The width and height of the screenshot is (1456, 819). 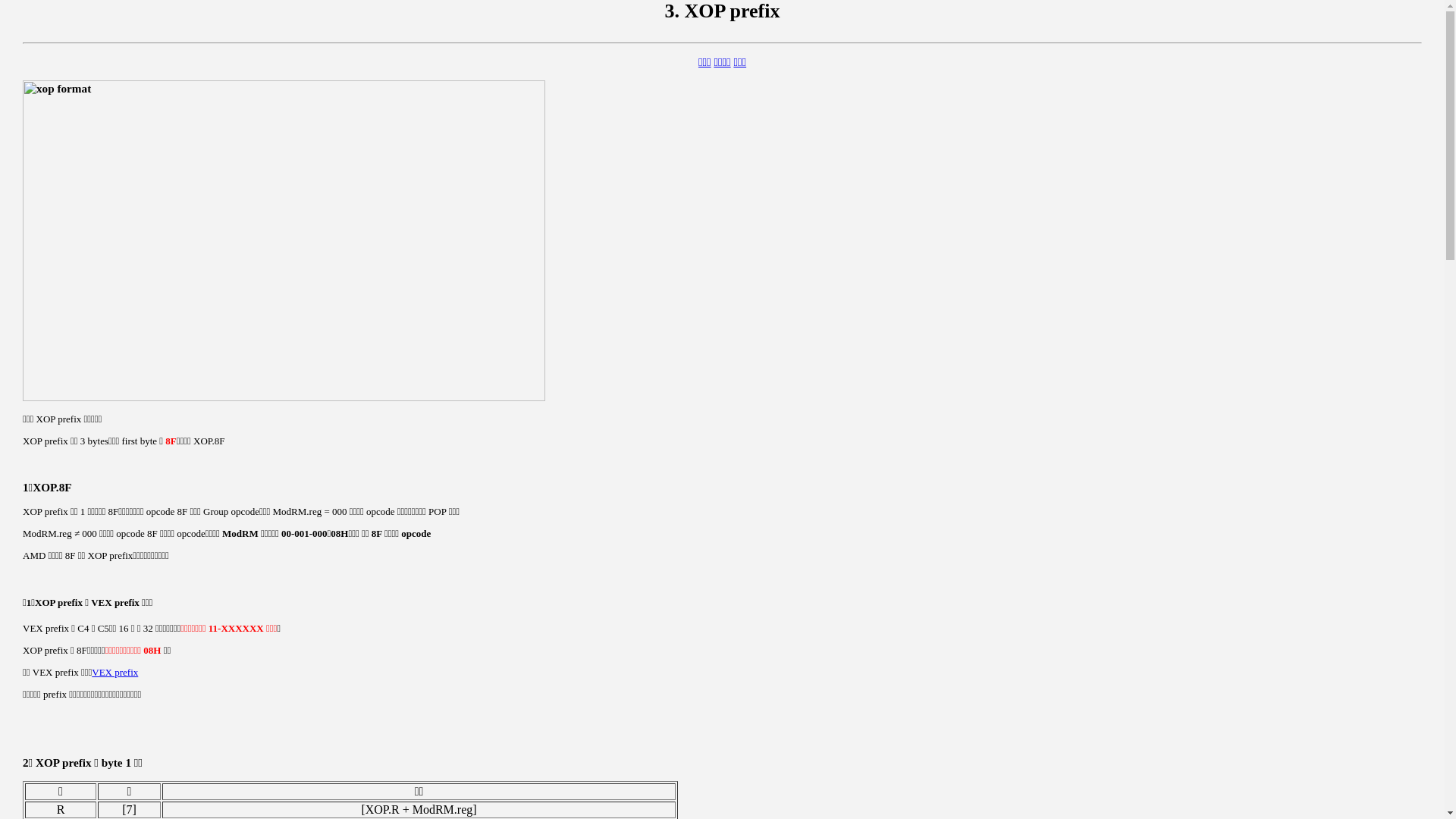 I want to click on 'VEX prefix', so click(x=114, y=671).